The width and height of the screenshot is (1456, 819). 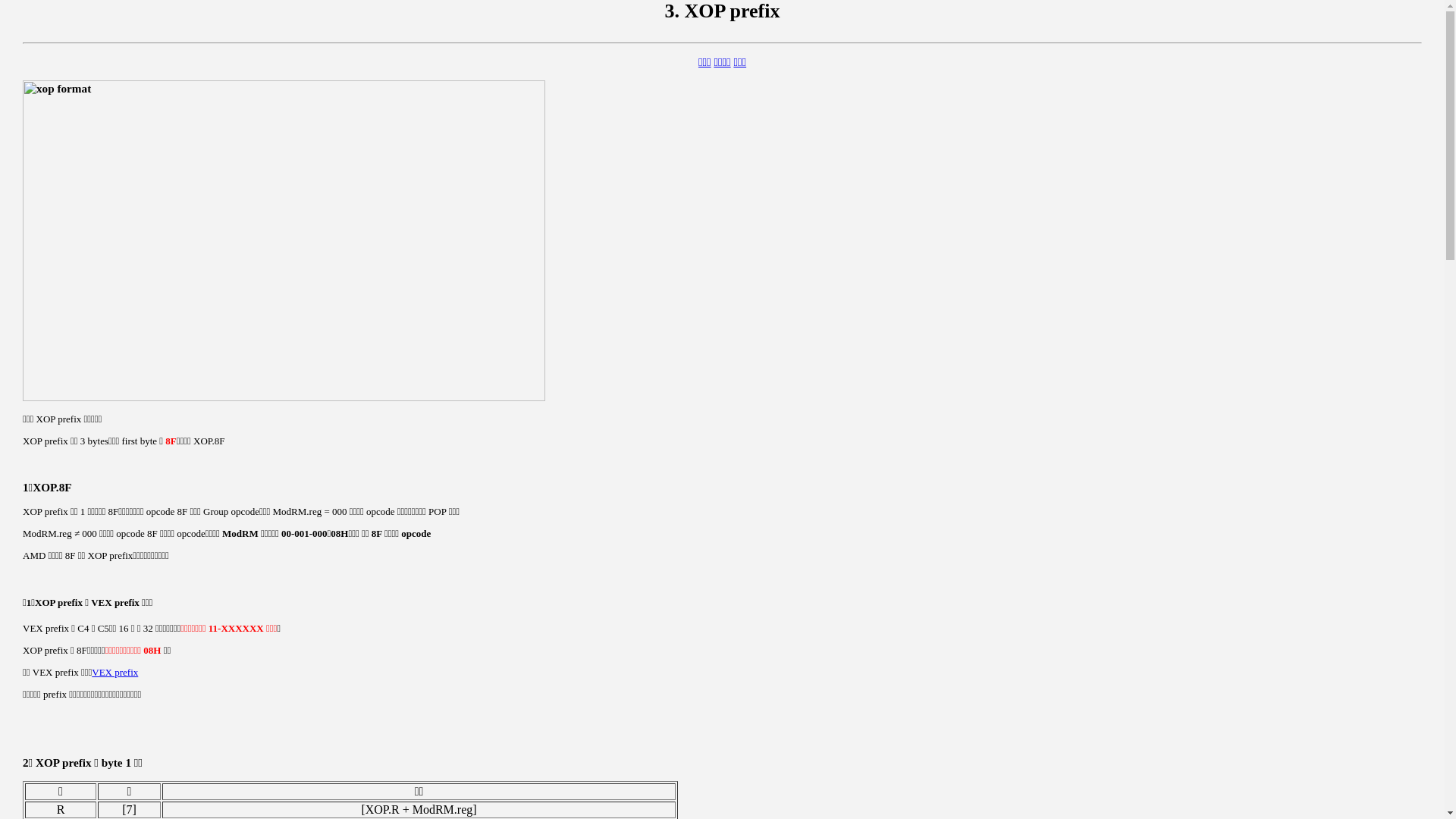 I want to click on 'VEX prefix', so click(x=114, y=671).